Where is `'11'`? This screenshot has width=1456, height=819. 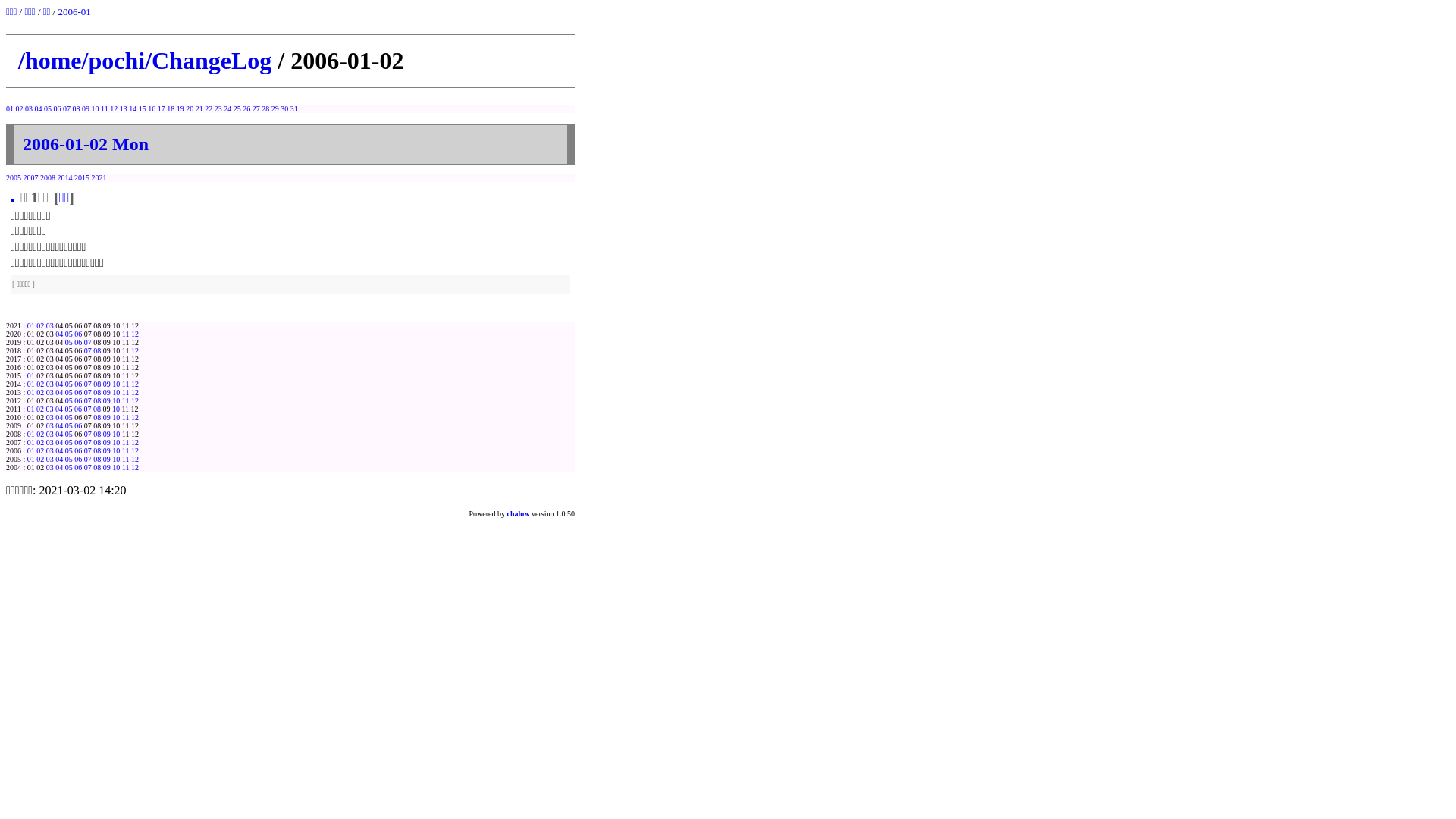
'11' is located at coordinates (126, 458).